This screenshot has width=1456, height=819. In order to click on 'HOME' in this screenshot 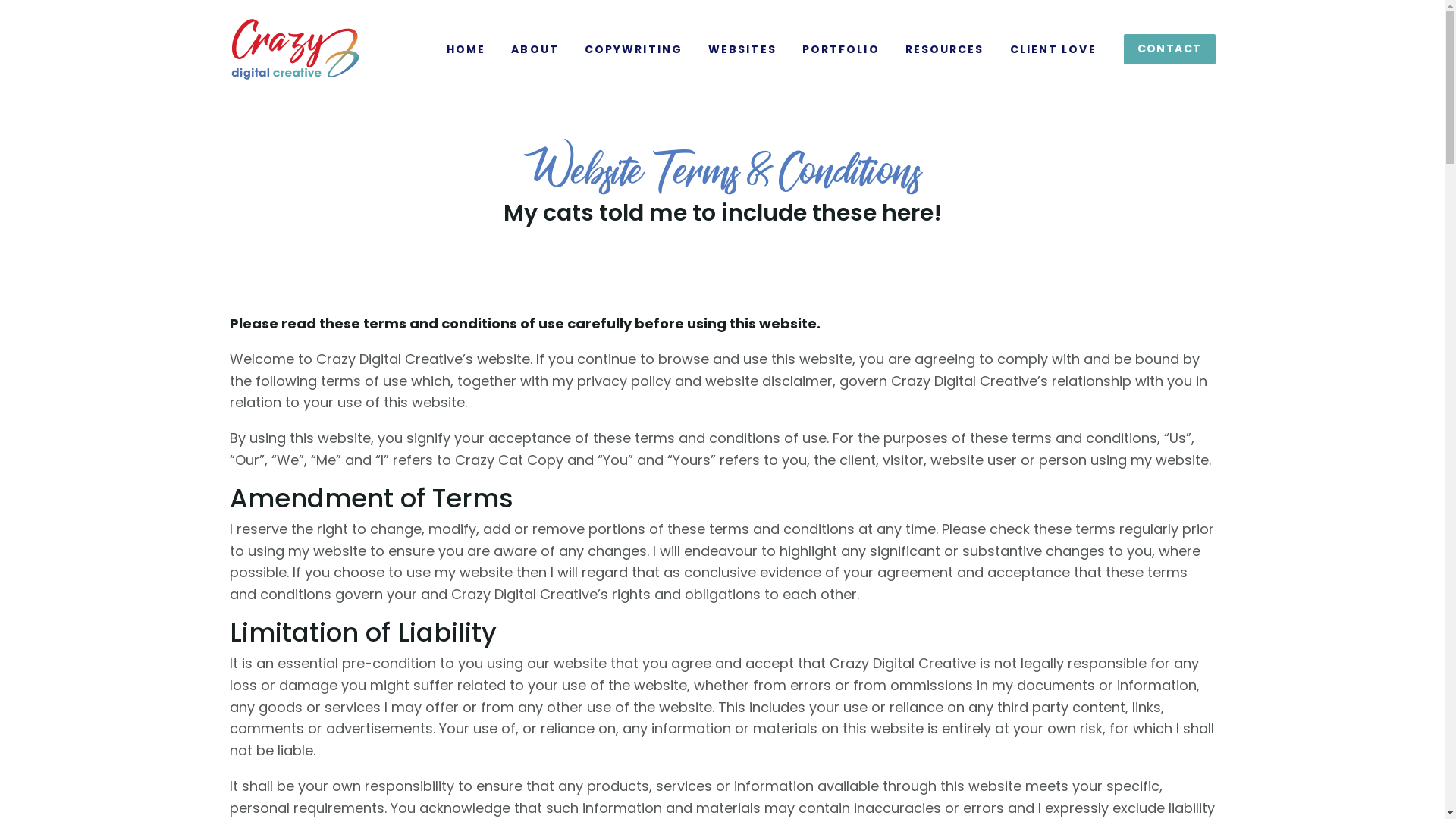, I will do `click(465, 49)`.